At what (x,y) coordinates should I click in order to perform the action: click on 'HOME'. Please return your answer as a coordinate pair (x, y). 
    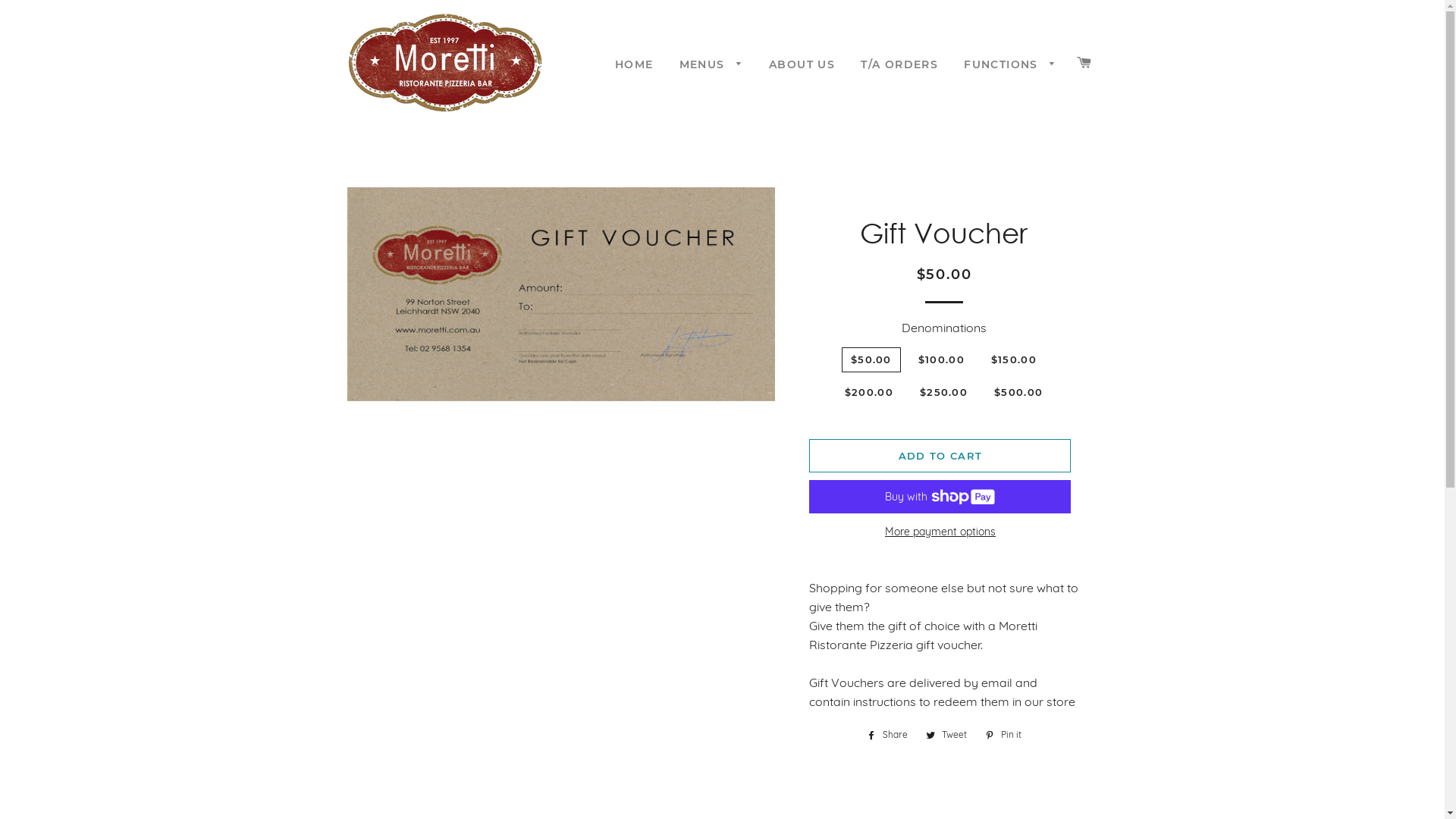
    Looking at the image, I should click on (634, 64).